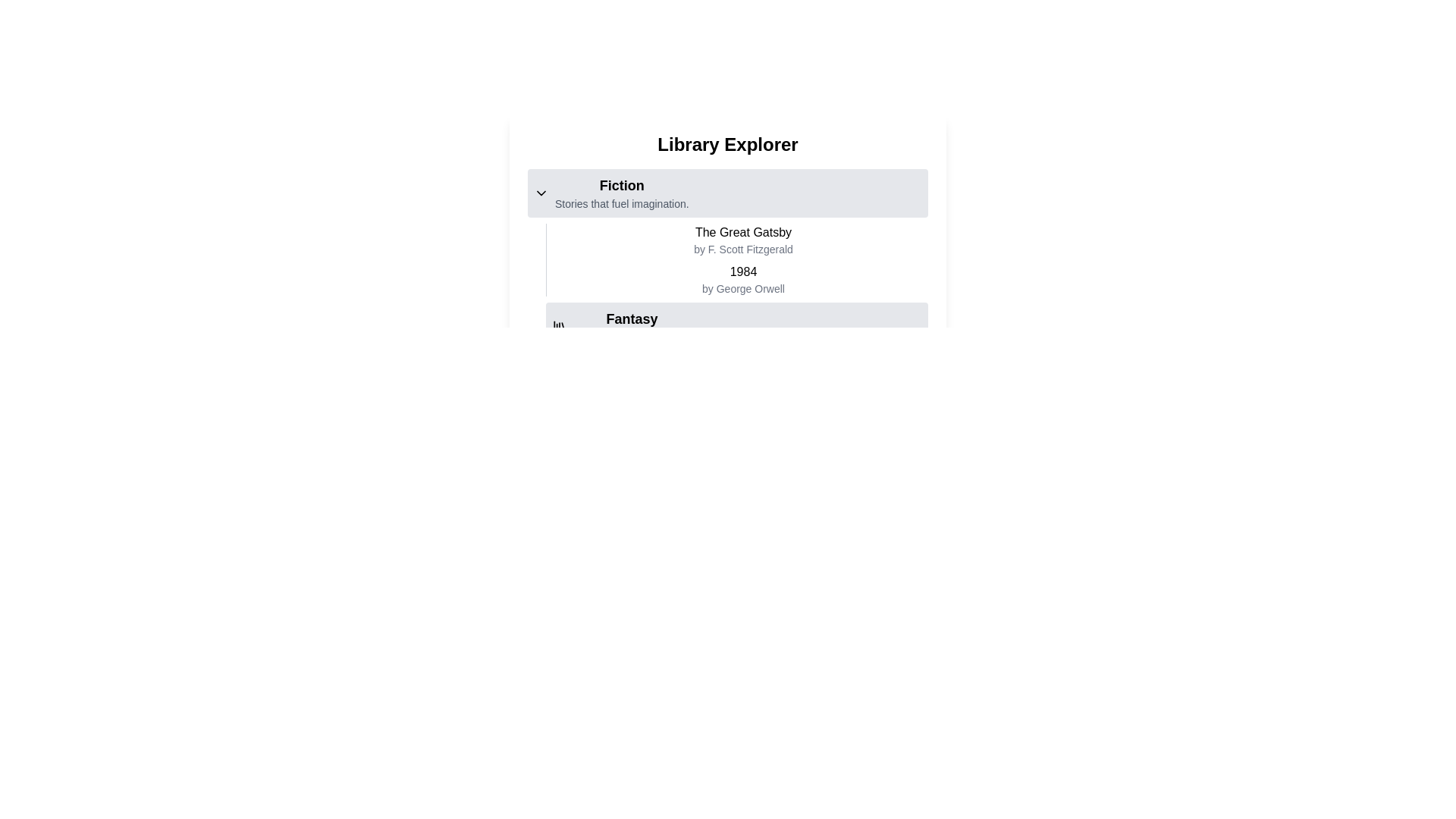 This screenshot has width=1456, height=819. Describe the element at coordinates (743, 248) in the screenshot. I see `the Label displaying the text 'by F. Scott Fitzgerald', which is located directly below the title 'The Great Gatsby' in the 'Fiction' category of the 'Library Explorer' interface` at that location.